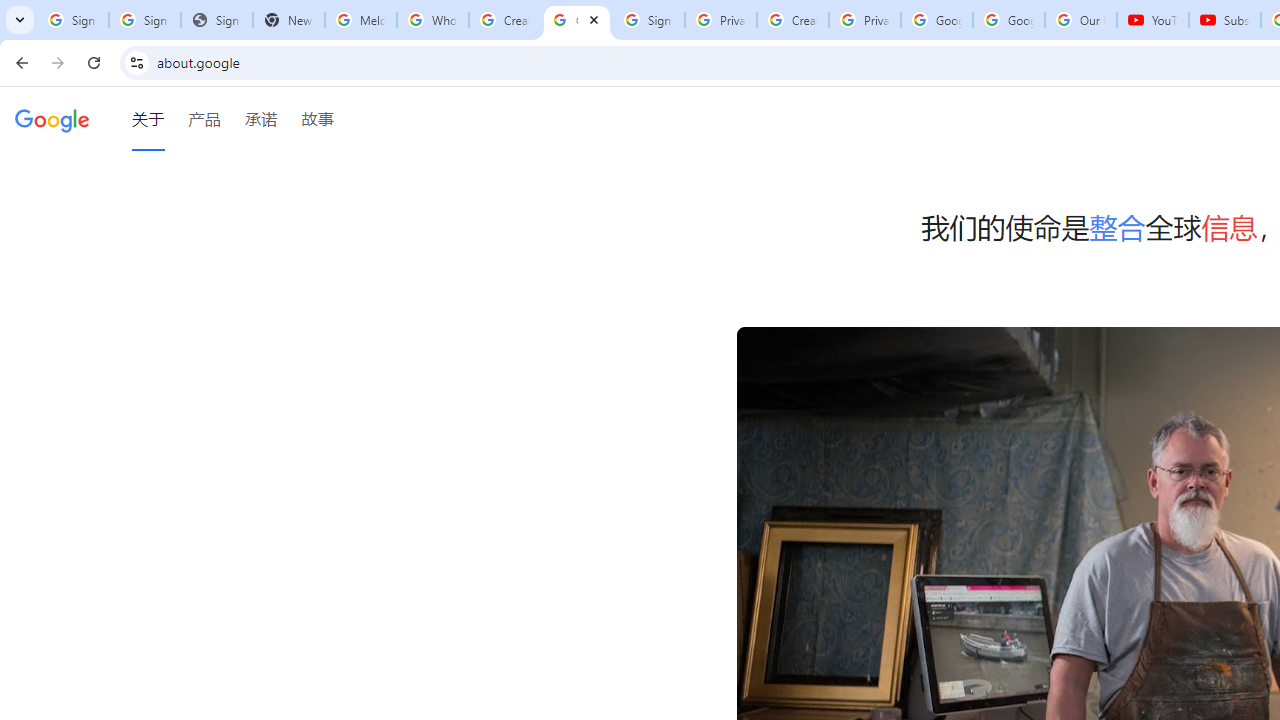  I want to click on 'YouTube', so click(1153, 20).